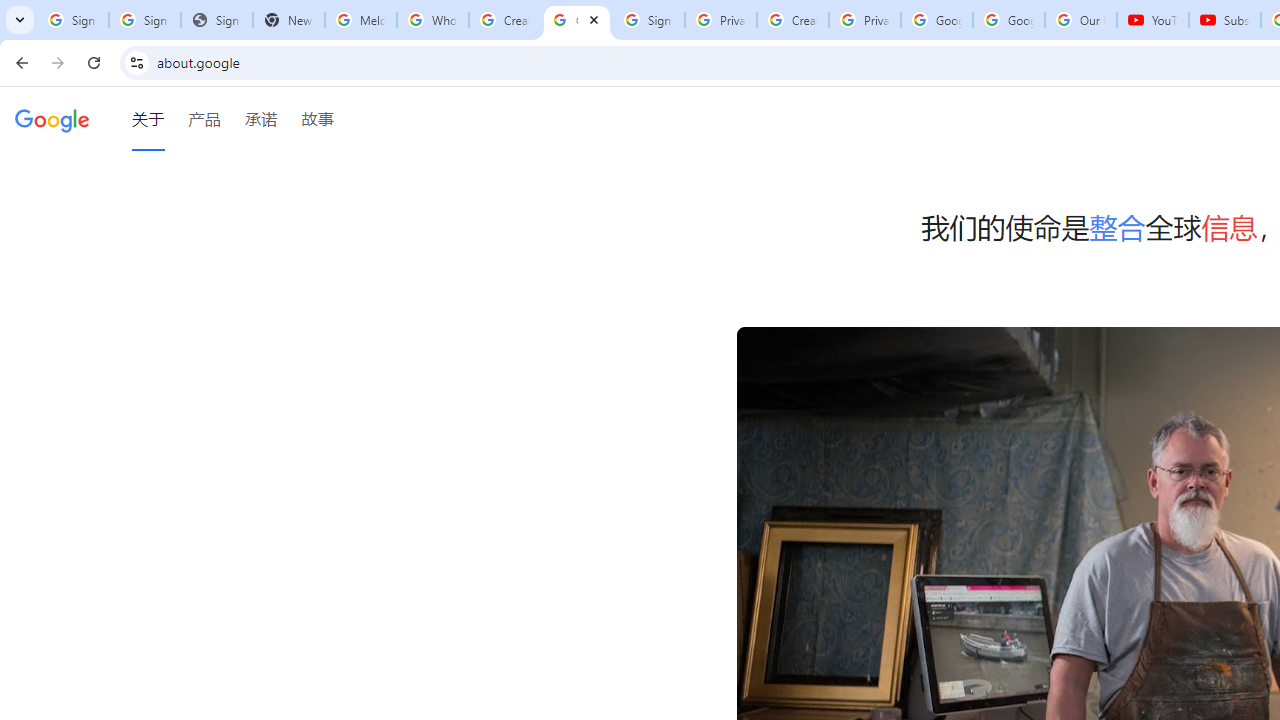  I want to click on 'YouTube', so click(1153, 20).